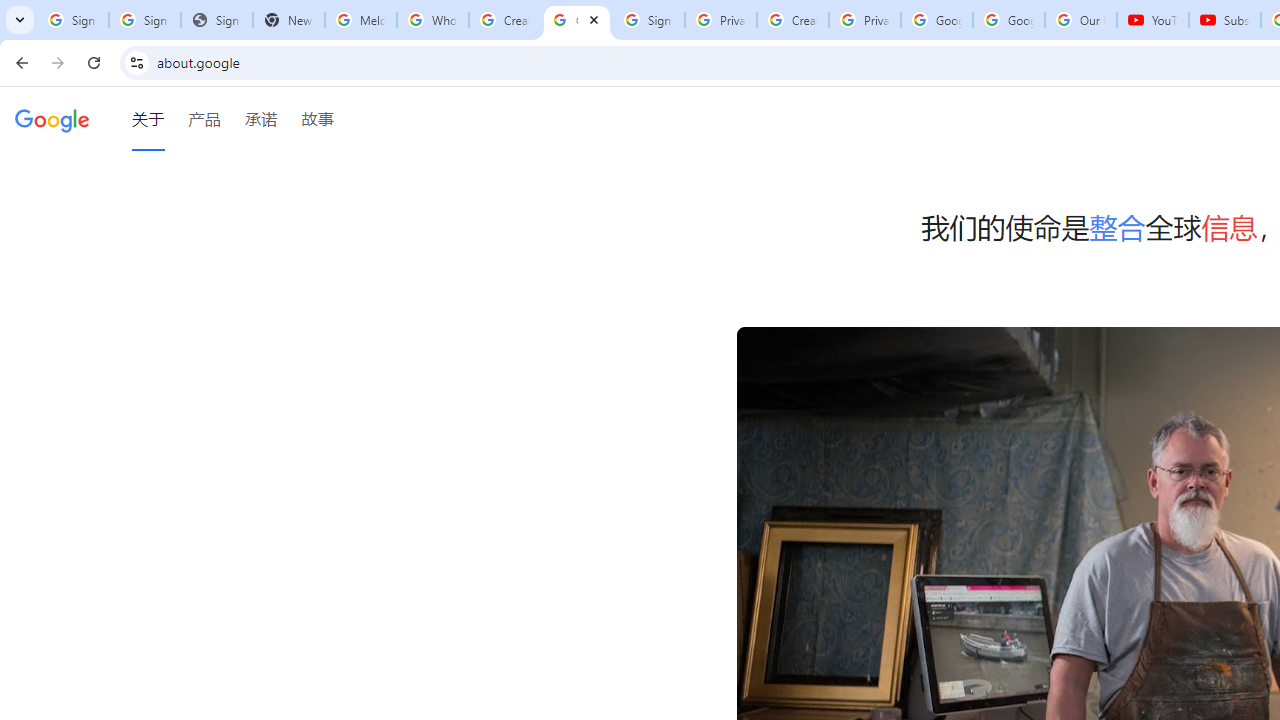  I want to click on 'YouTube', so click(1153, 20).